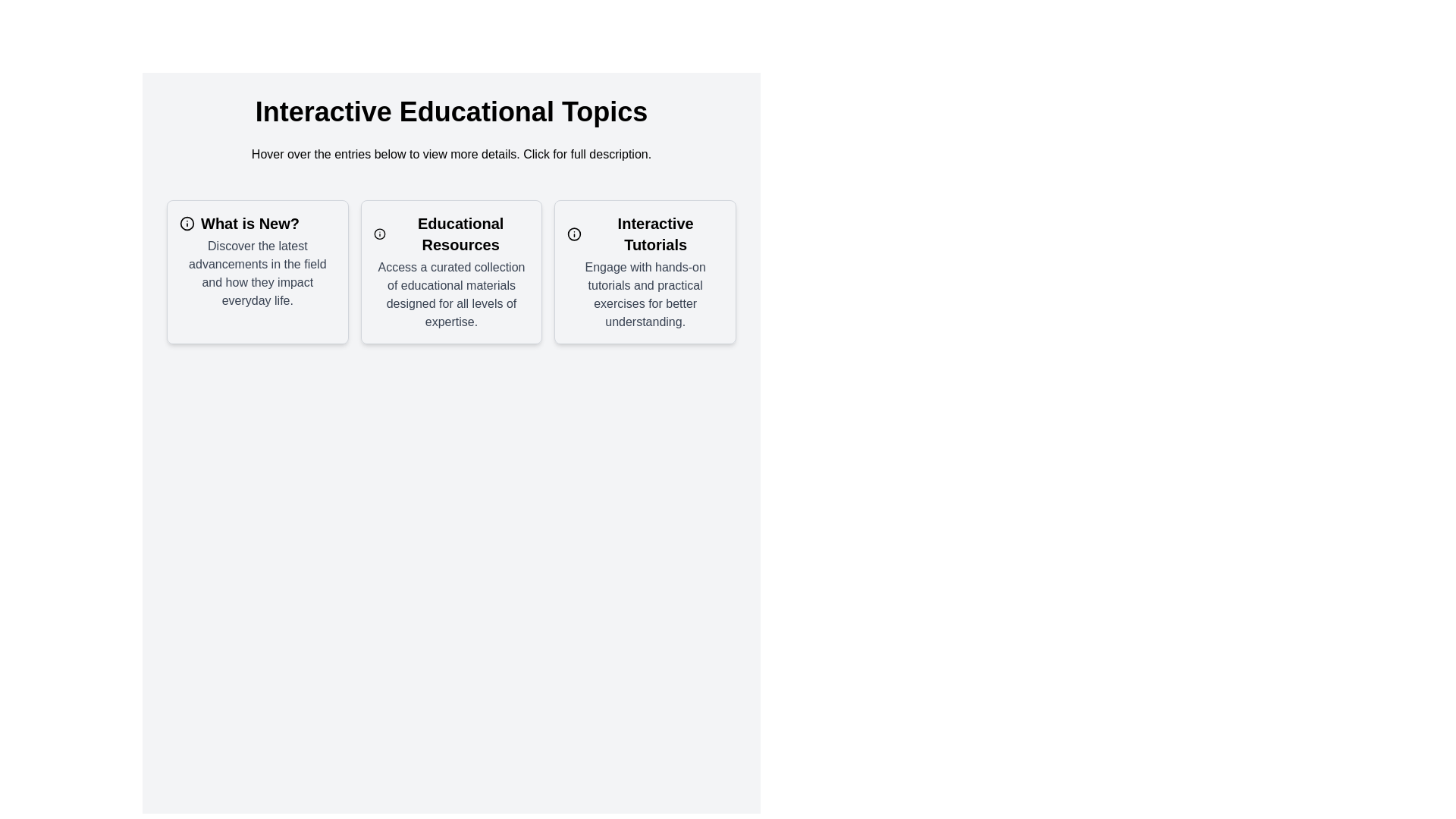 The width and height of the screenshot is (1456, 819). I want to click on the Informational card titled 'Interactive Tutorials', which is the third card in a row of three under 'Interactive Educational Topics', so click(645, 271).